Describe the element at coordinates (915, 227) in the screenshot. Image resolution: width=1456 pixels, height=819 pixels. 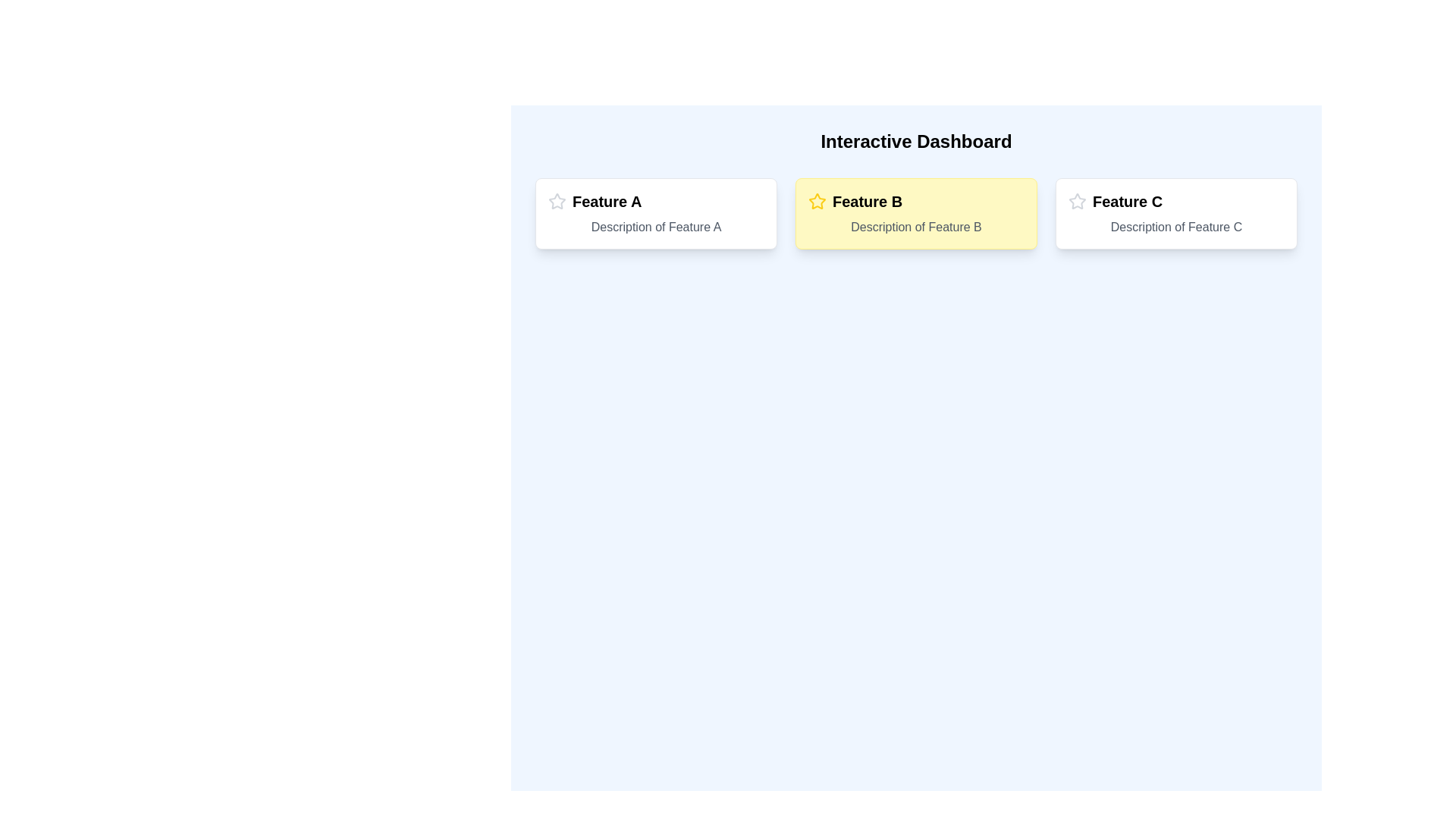
I see `the static text providing information about 'Feature B', located beneath the heading 'Feature B' and to the right of a star icon in the second feature card` at that location.